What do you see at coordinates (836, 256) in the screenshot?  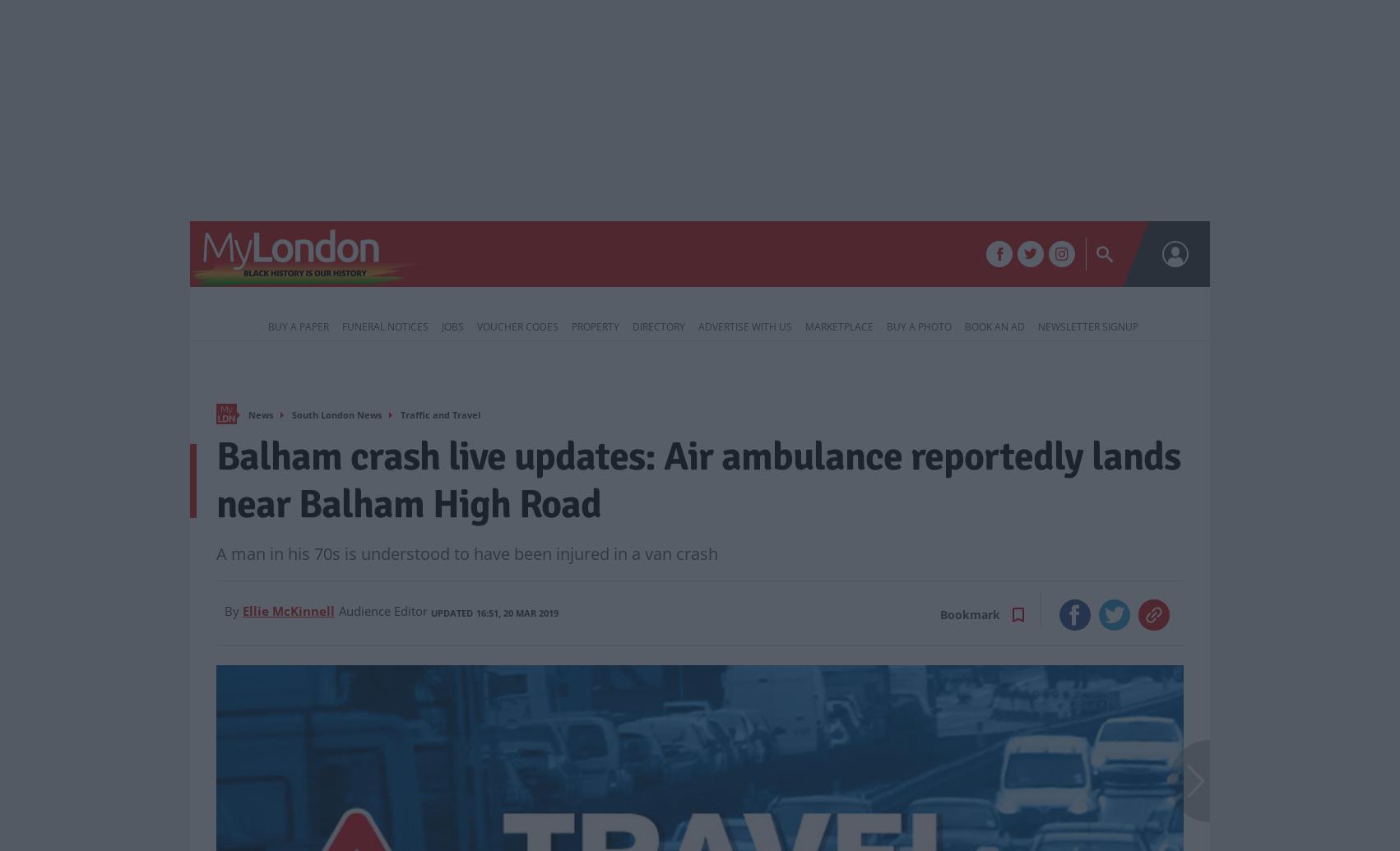 I see `'Showbiz'` at bounding box center [836, 256].